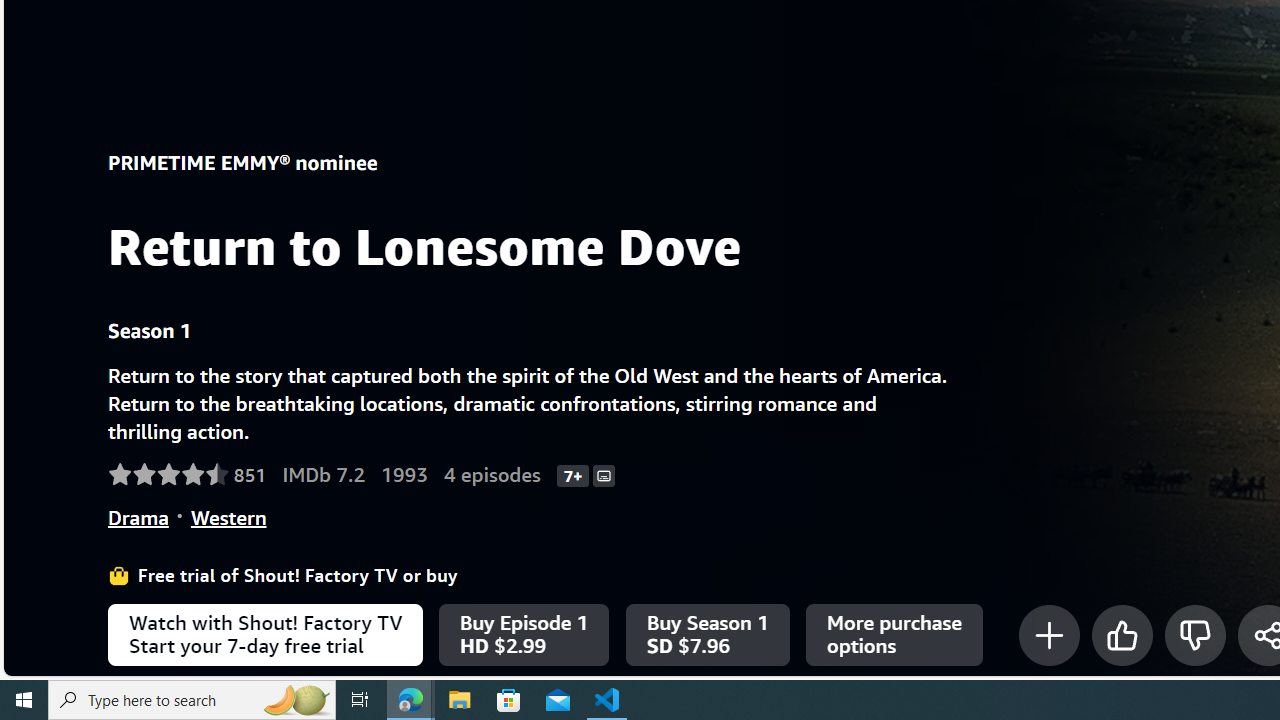 This screenshot has width=1280, height=720. What do you see at coordinates (228, 516) in the screenshot?
I see `'Western'` at bounding box center [228, 516].